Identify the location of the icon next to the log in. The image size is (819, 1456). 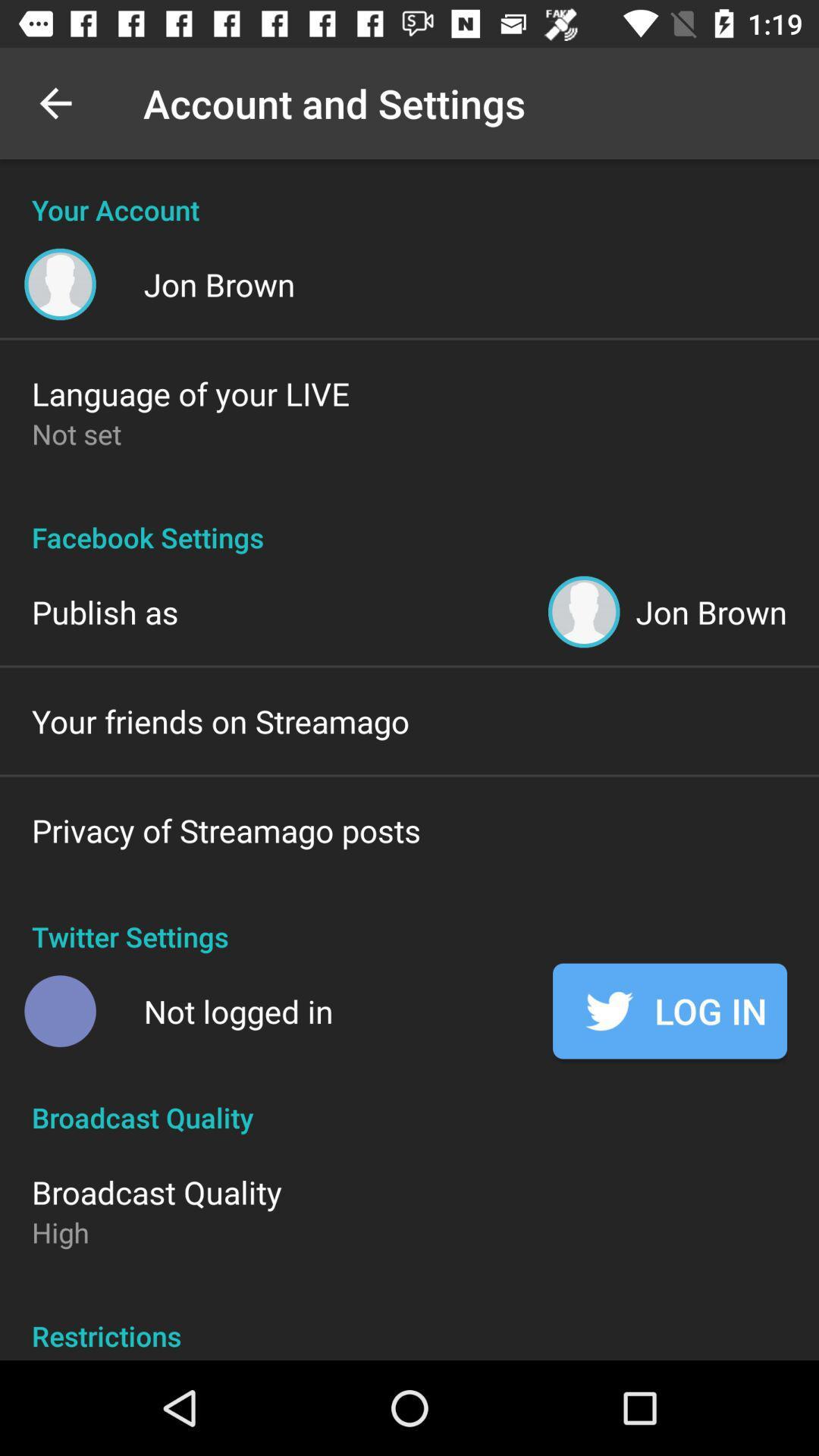
(238, 1011).